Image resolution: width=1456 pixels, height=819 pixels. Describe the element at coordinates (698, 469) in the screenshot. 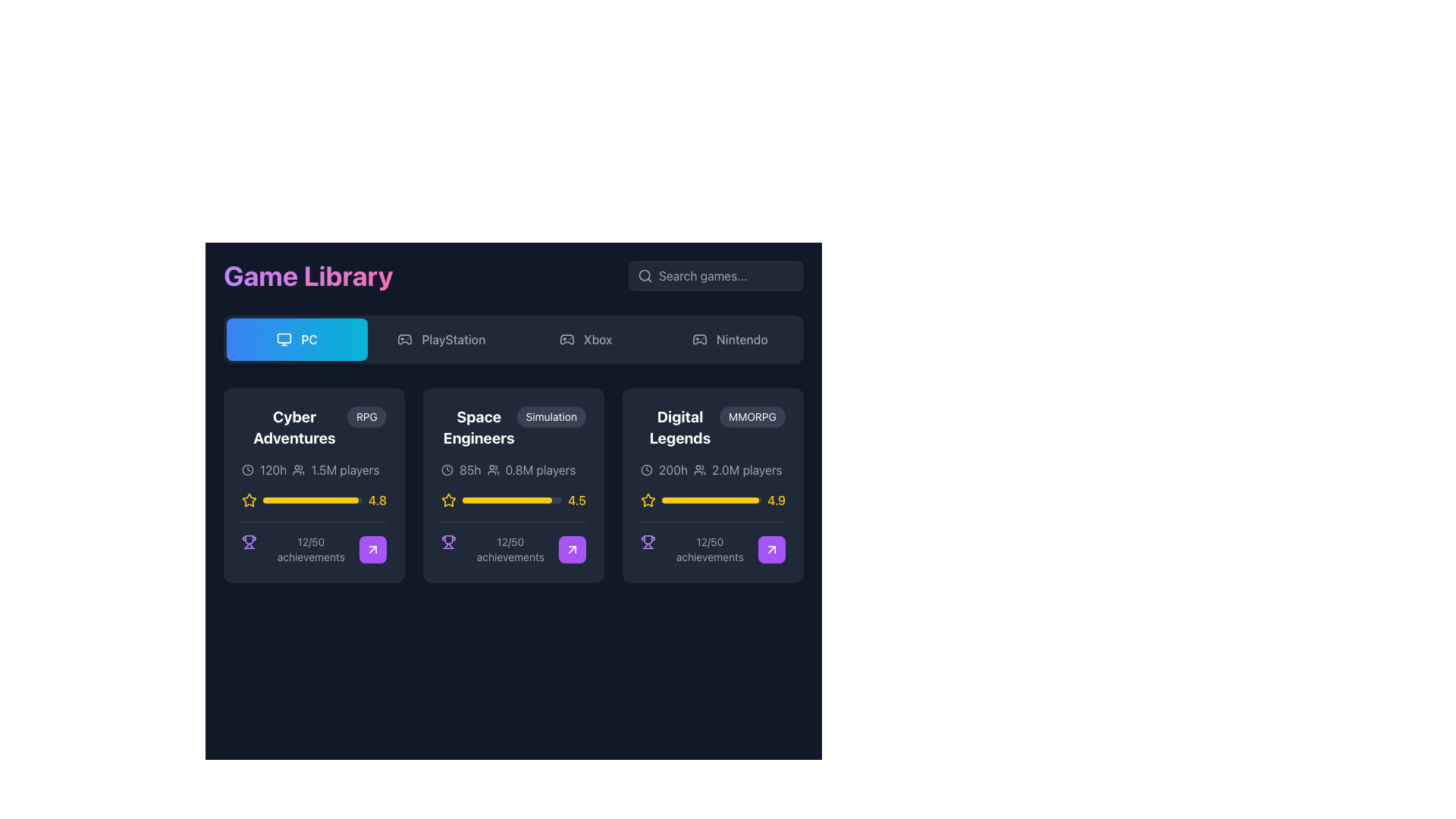

I see `the user icon, which is located within the 'Digital Legends' card section, next to the '2.0M players' text and is styled in light gray with a rounded appearance` at that location.